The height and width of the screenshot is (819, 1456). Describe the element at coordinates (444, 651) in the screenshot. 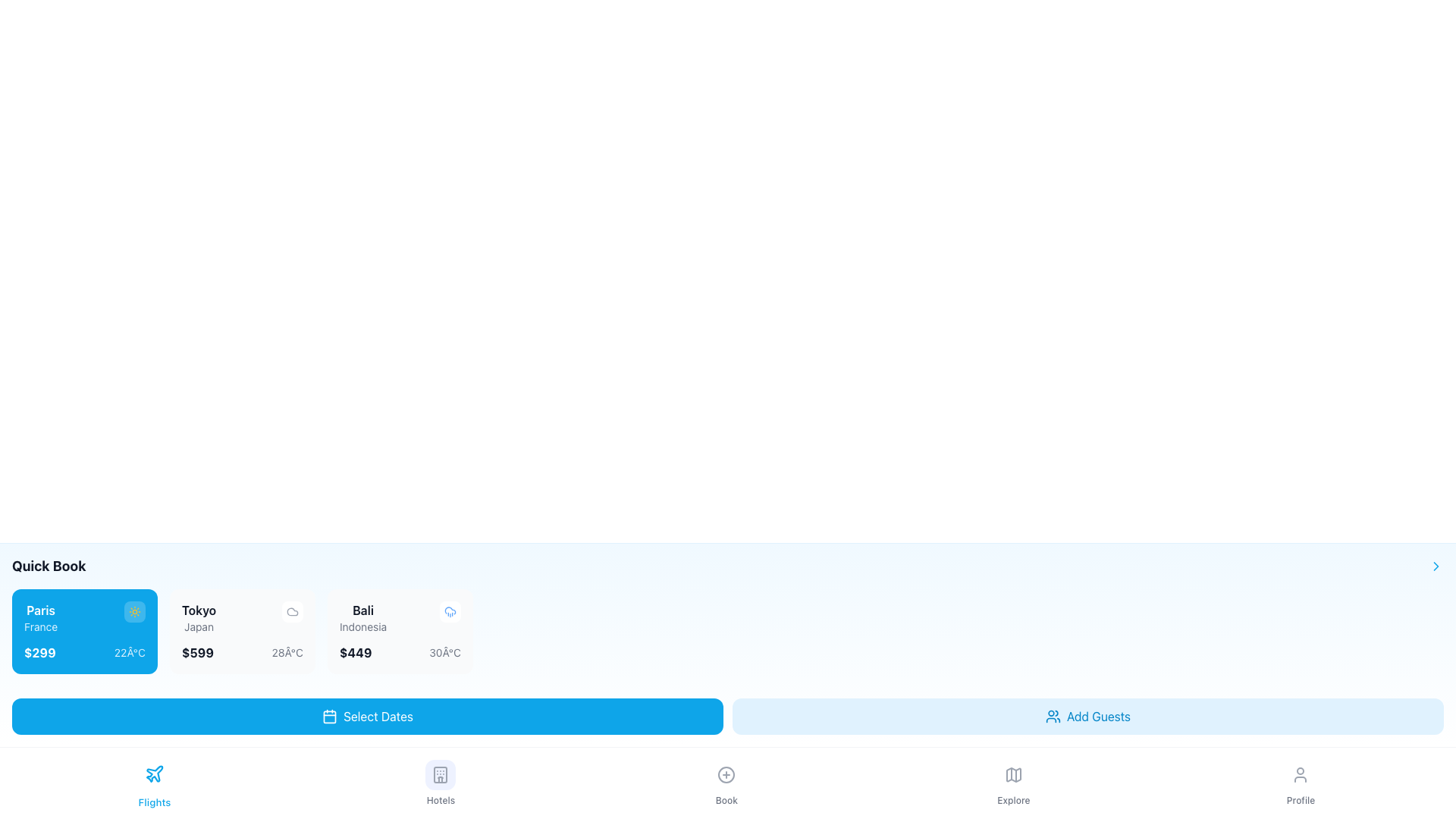

I see `the temperature display text label for Bali, located to the right of the '$449' price text in the 'Bali Indonesia' section` at that location.